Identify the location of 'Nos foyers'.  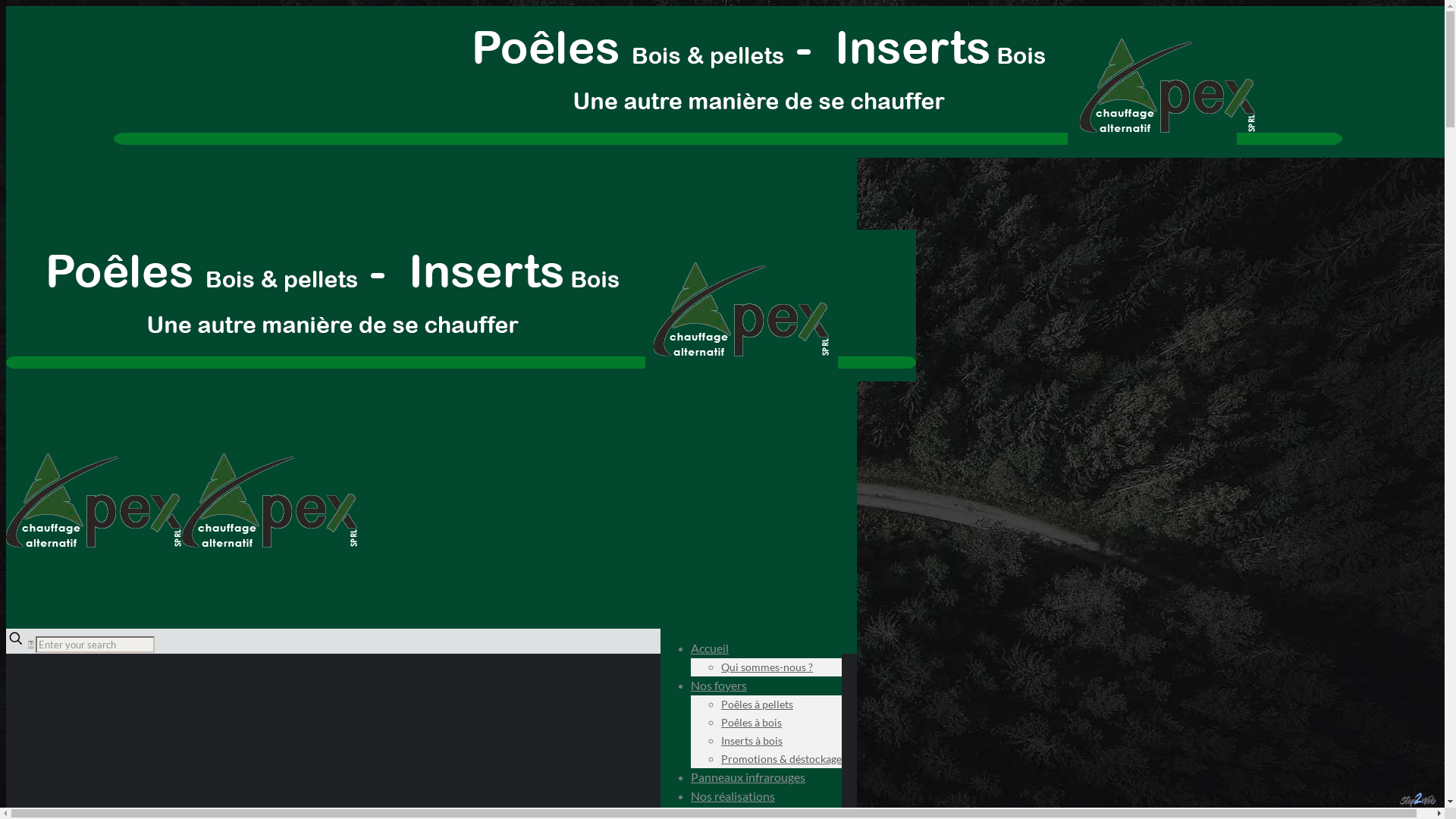
(690, 685).